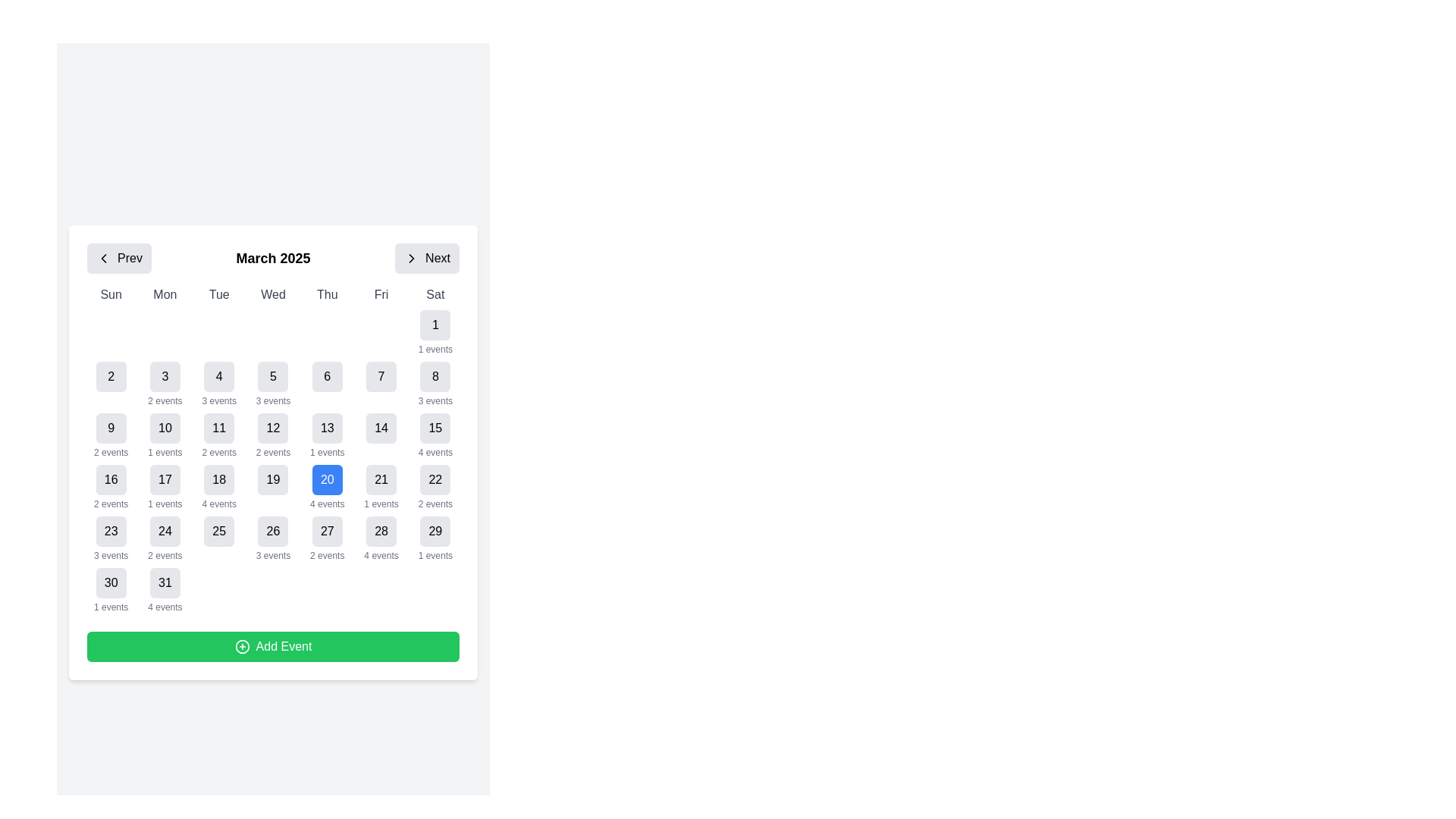  Describe the element at coordinates (110, 383) in the screenshot. I see `the interactive date button located in the calendar grid under the 'Sun' column, representing the second numeric date of the month` at that location.